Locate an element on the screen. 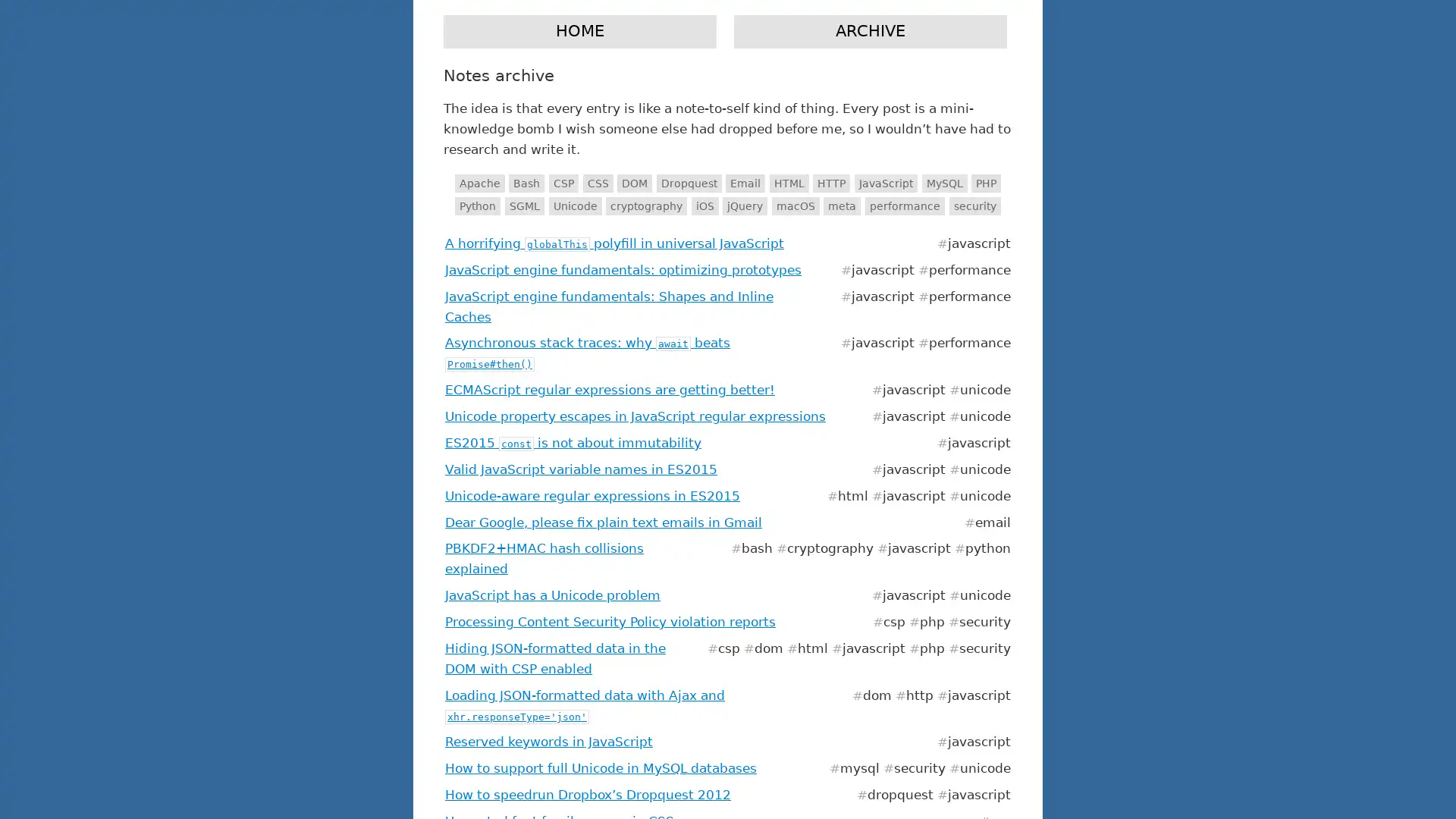  PHP is located at coordinates (986, 183).